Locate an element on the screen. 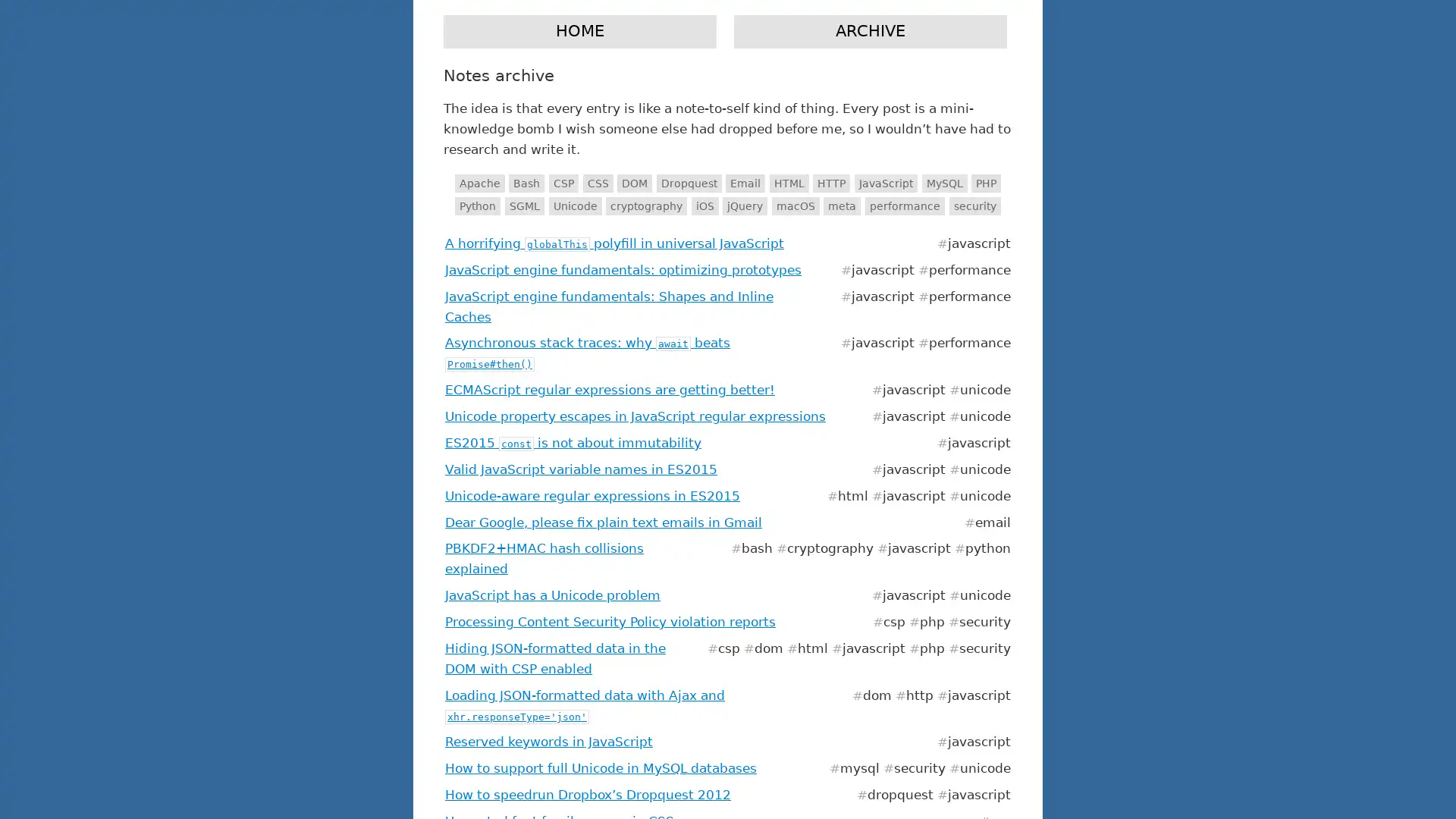  PHP is located at coordinates (986, 183).